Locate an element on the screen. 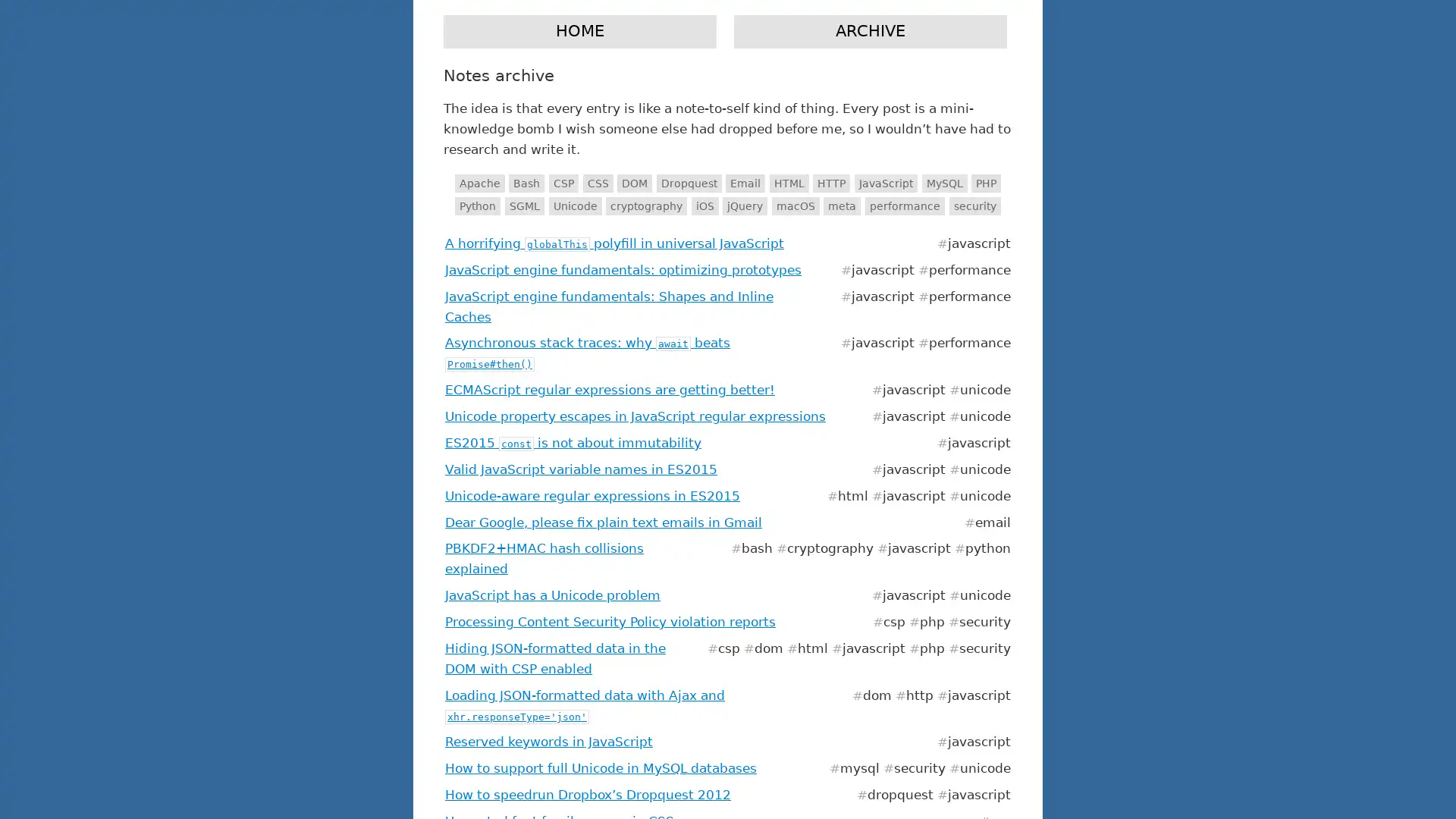  PHP is located at coordinates (986, 183).